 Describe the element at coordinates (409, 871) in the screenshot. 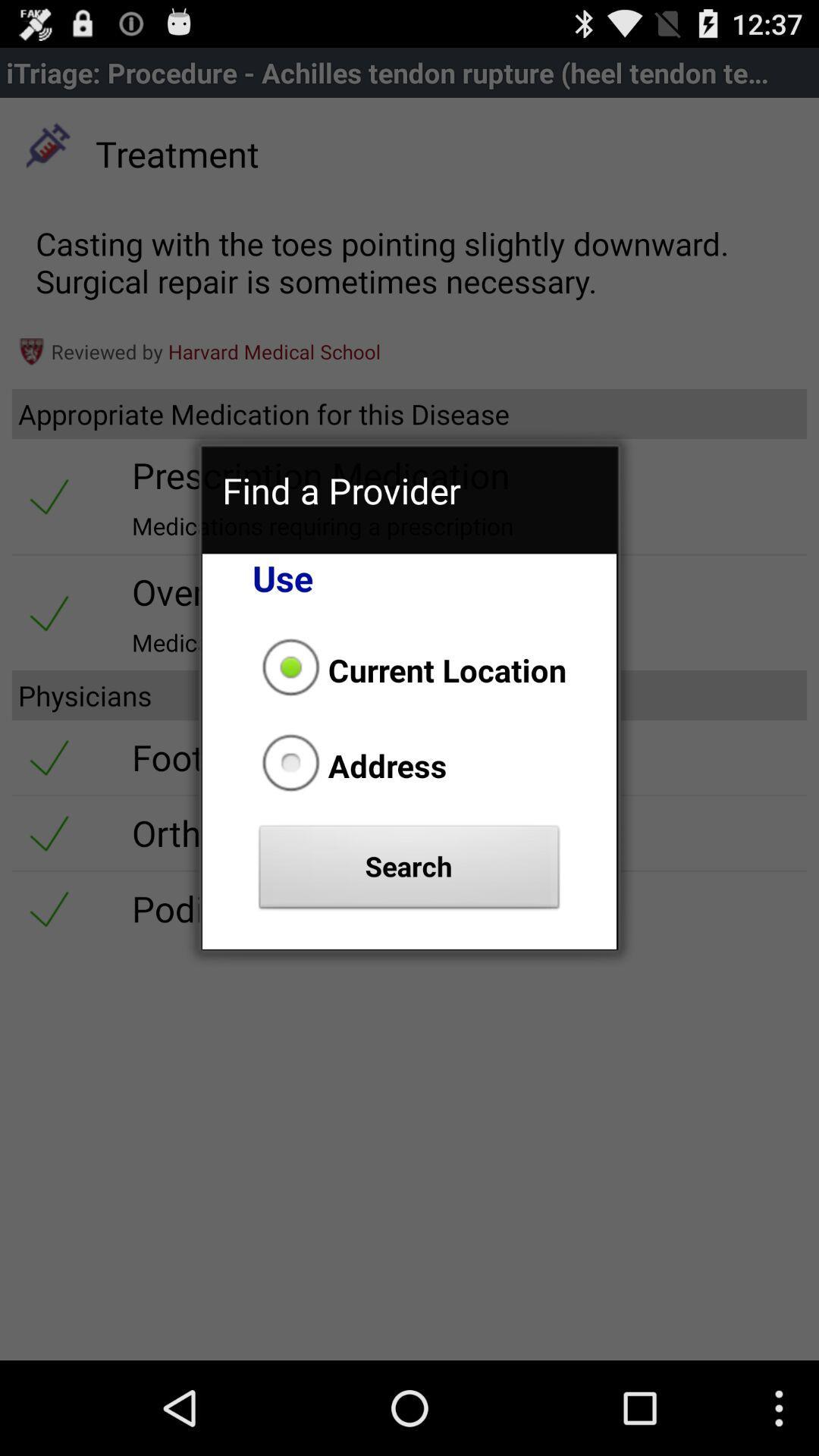

I see `the search item` at that location.